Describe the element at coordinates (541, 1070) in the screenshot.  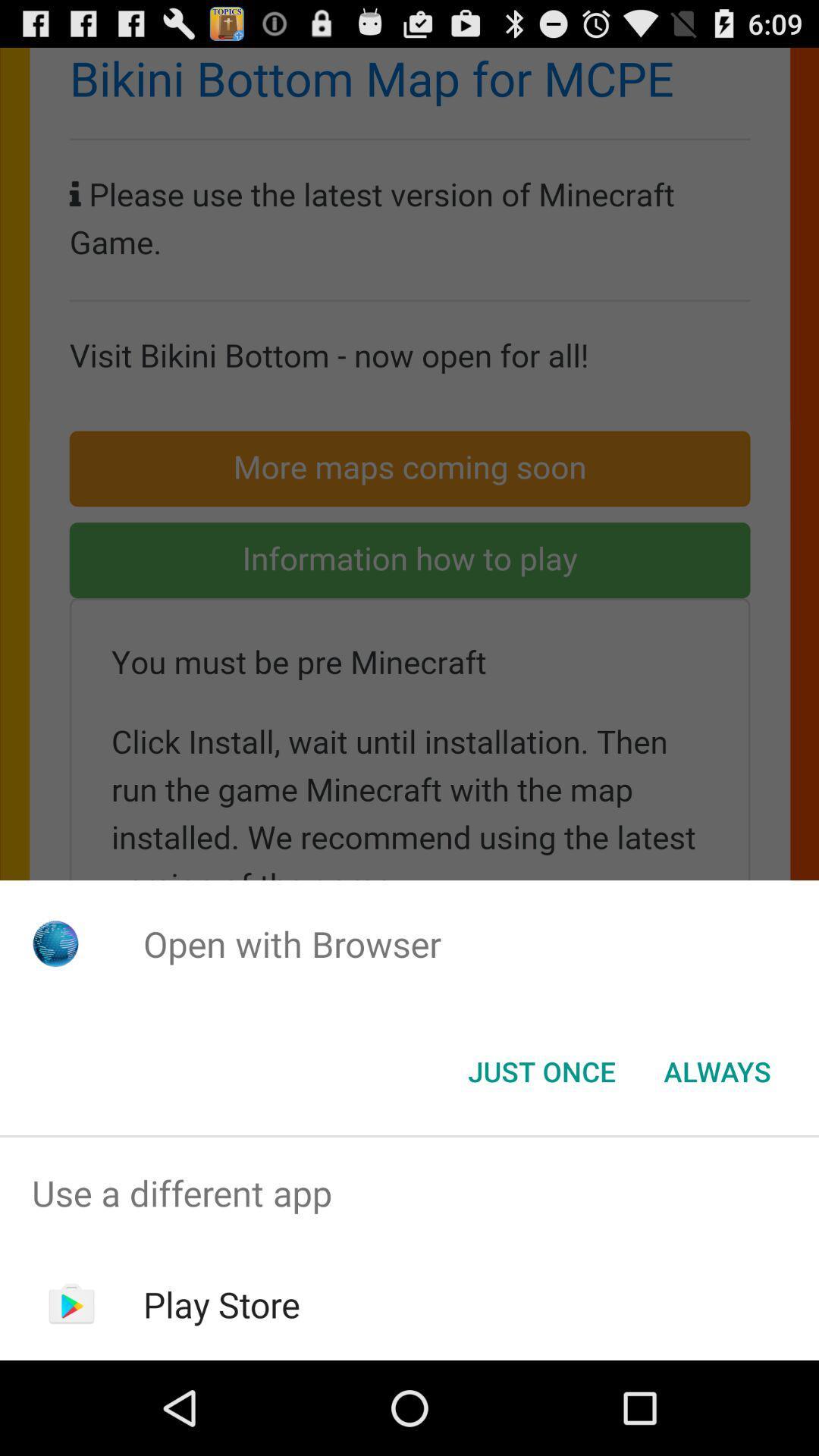
I see `just once button` at that location.